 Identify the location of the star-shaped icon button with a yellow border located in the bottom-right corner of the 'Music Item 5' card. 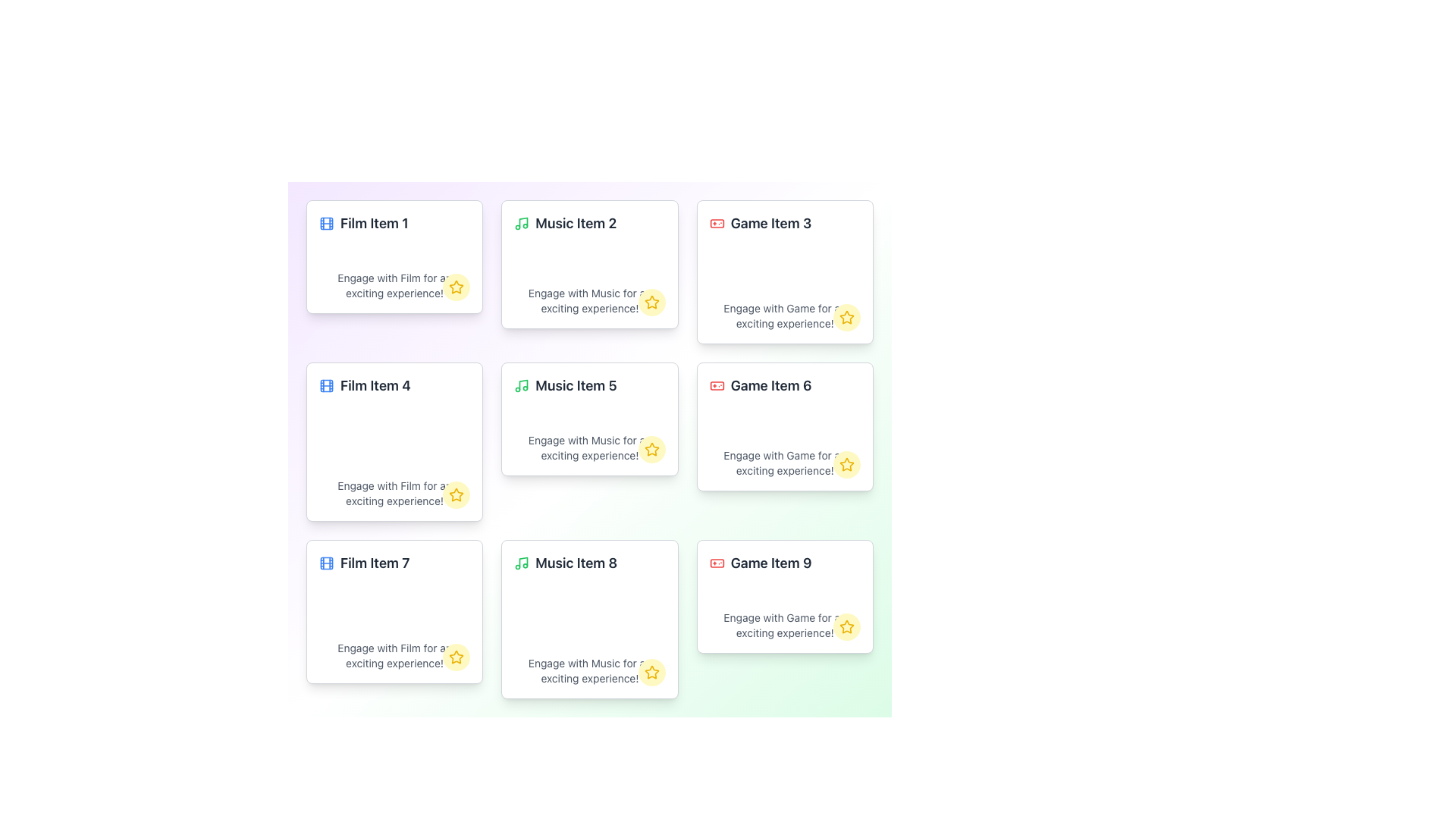
(651, 449).